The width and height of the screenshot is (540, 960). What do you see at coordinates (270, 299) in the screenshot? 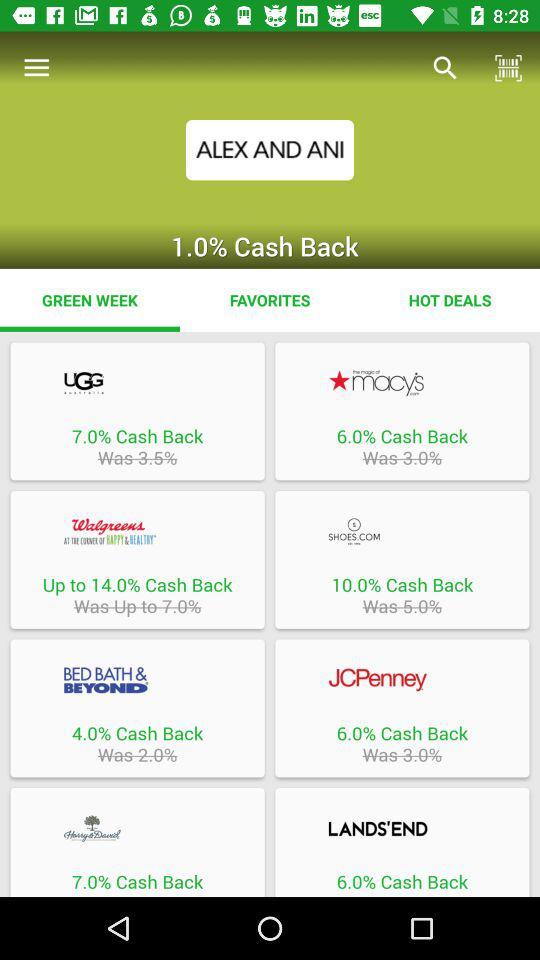
I see `icon next to hot deals icon` at bounding box center [270, 299].